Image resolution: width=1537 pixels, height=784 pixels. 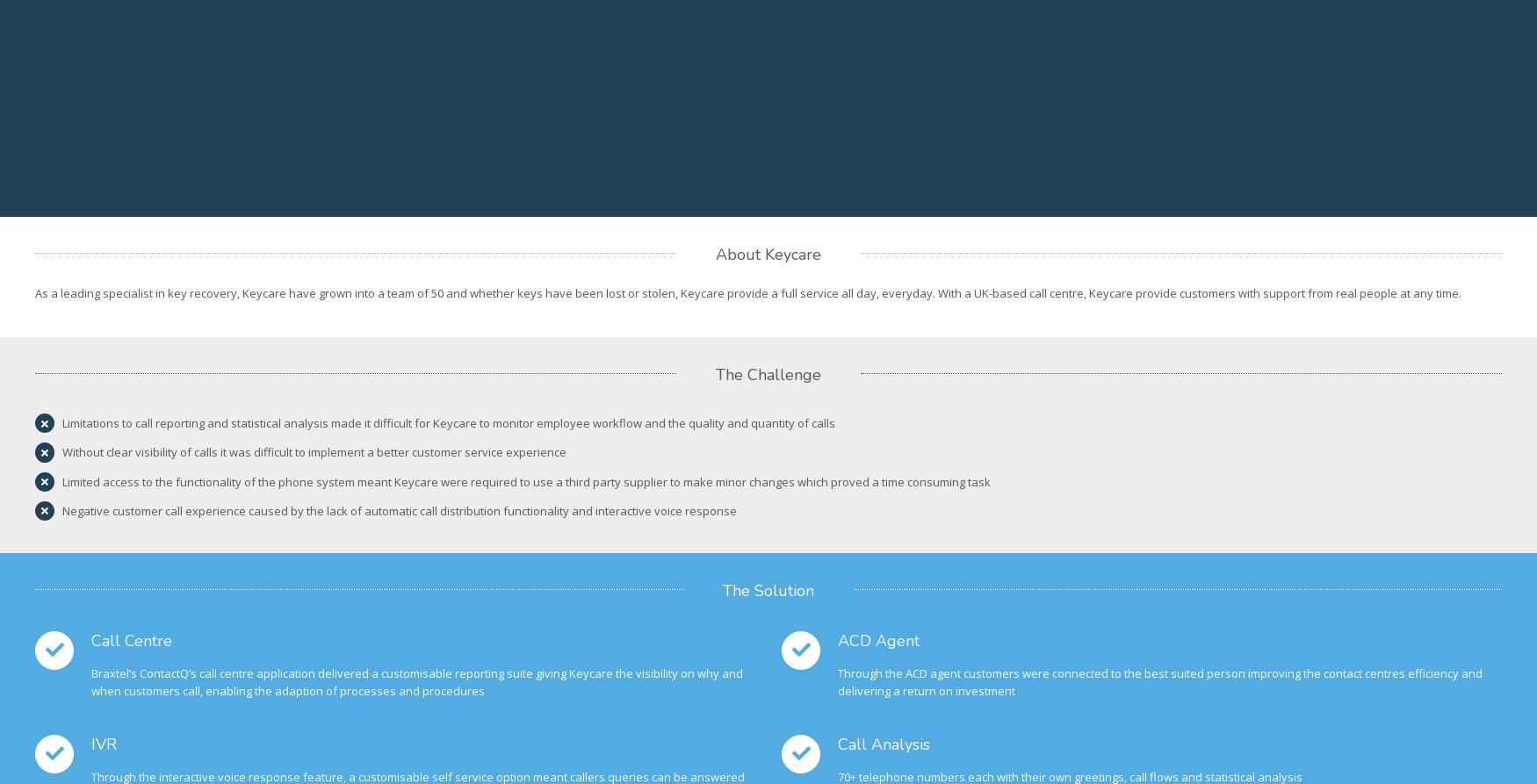 I want to click on 'The Solution', so click(x=768, y=590).